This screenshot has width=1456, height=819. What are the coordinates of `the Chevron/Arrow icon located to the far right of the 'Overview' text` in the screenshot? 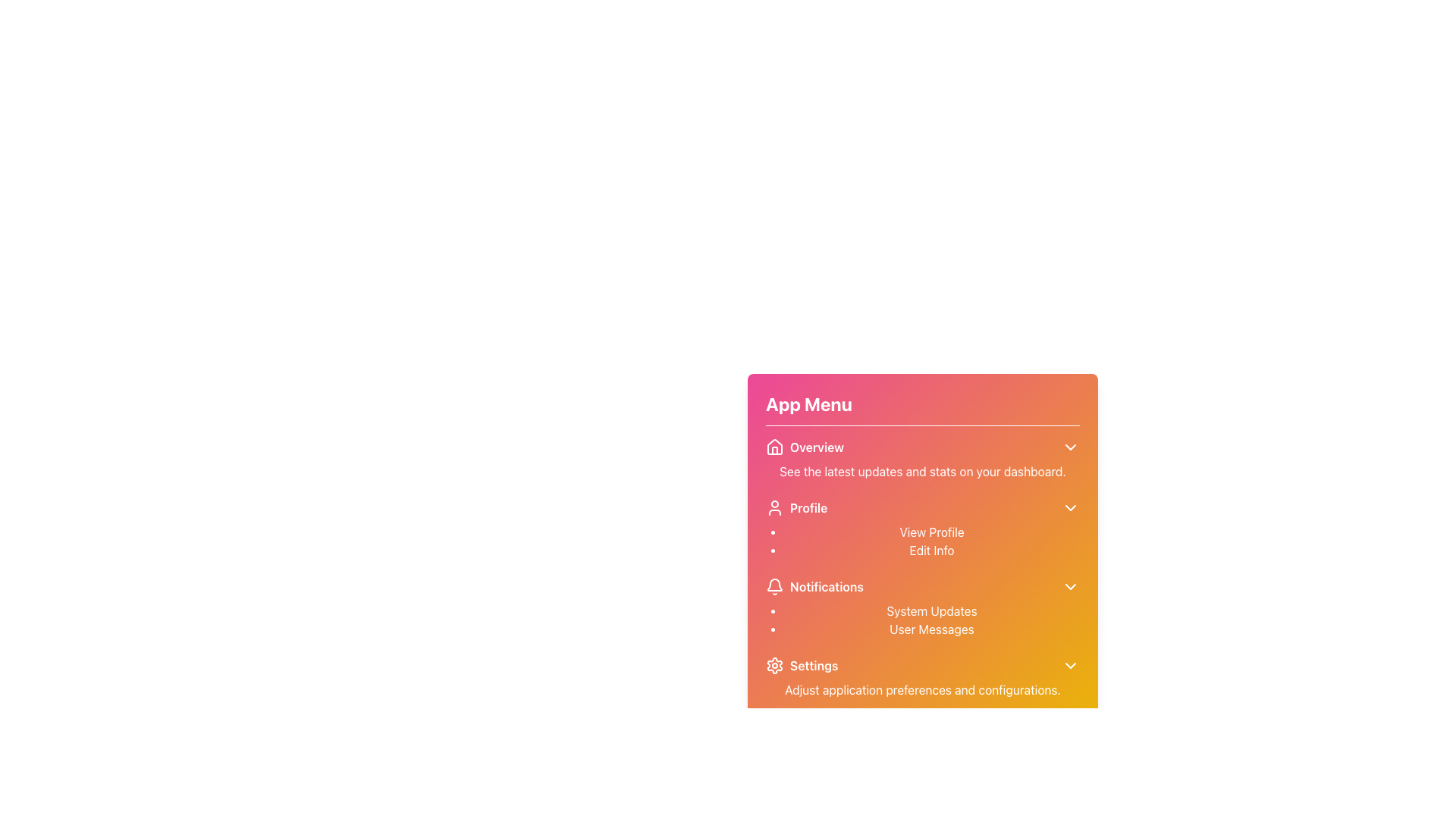 It's located at (1069, 447).